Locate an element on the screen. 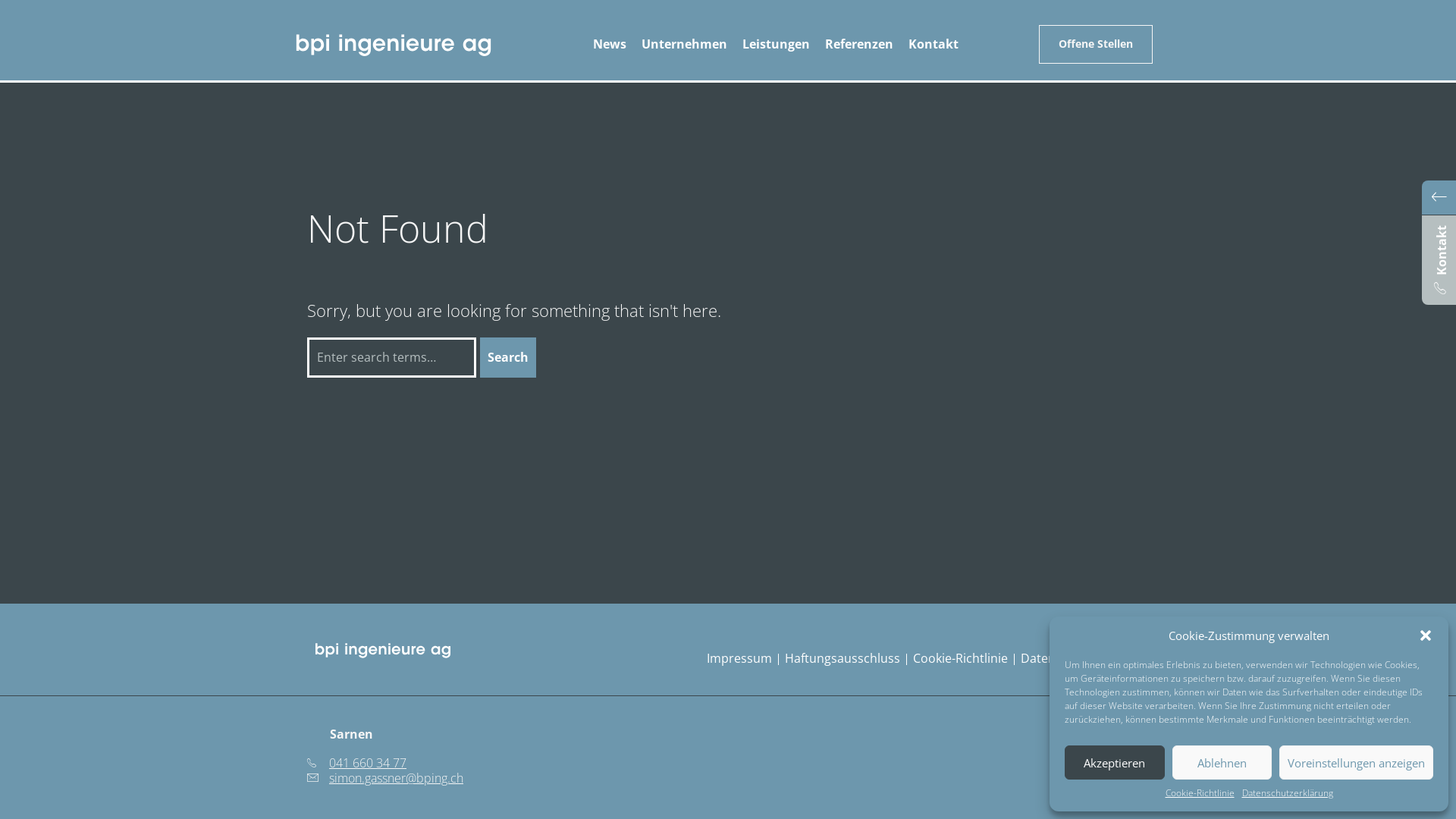 Image resolution: width=1456 pixels, height=819 pixels. 'Unternehmen' is located at coordinates (683, 43).